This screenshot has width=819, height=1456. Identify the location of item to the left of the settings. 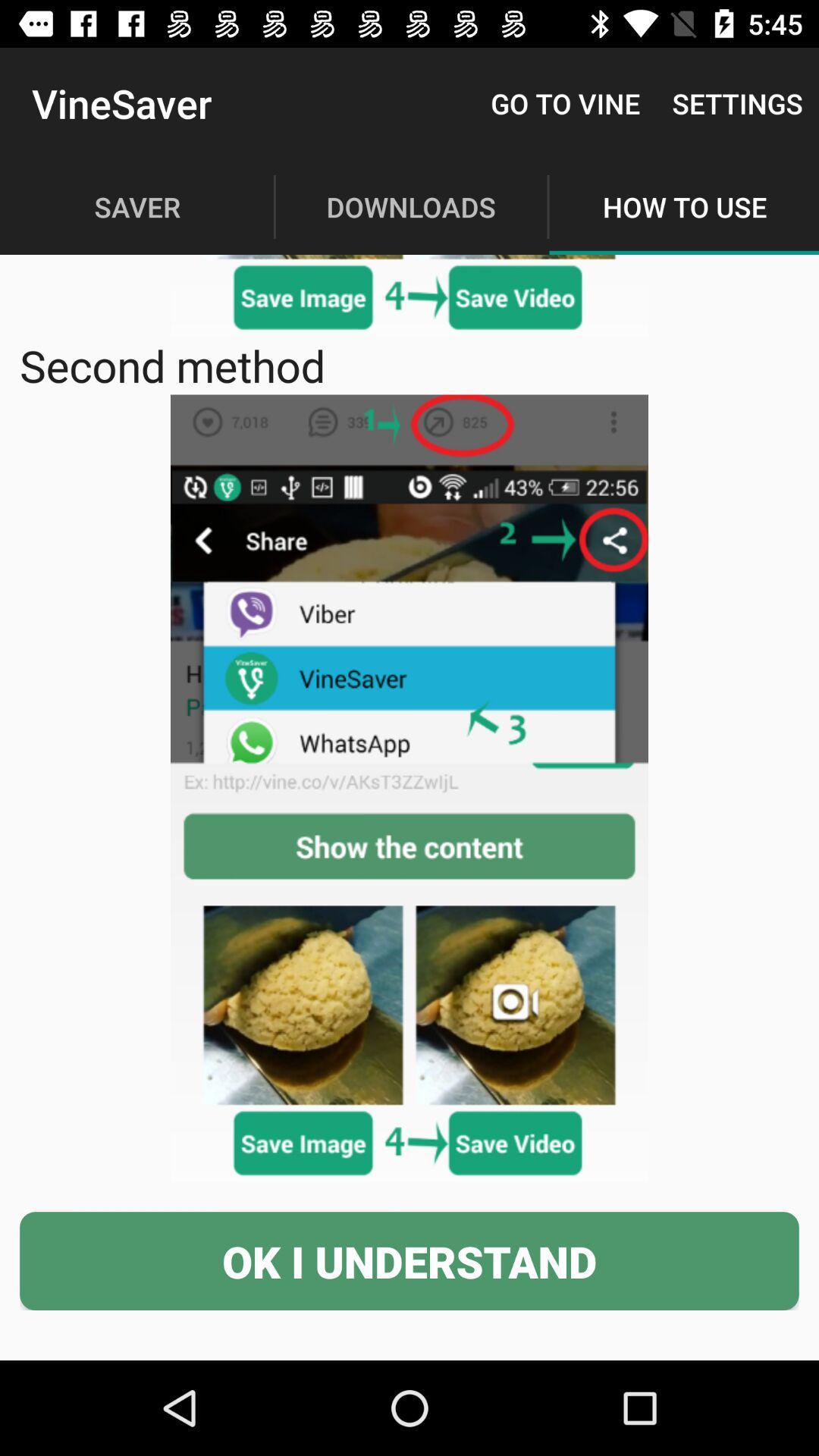
(565, 102).